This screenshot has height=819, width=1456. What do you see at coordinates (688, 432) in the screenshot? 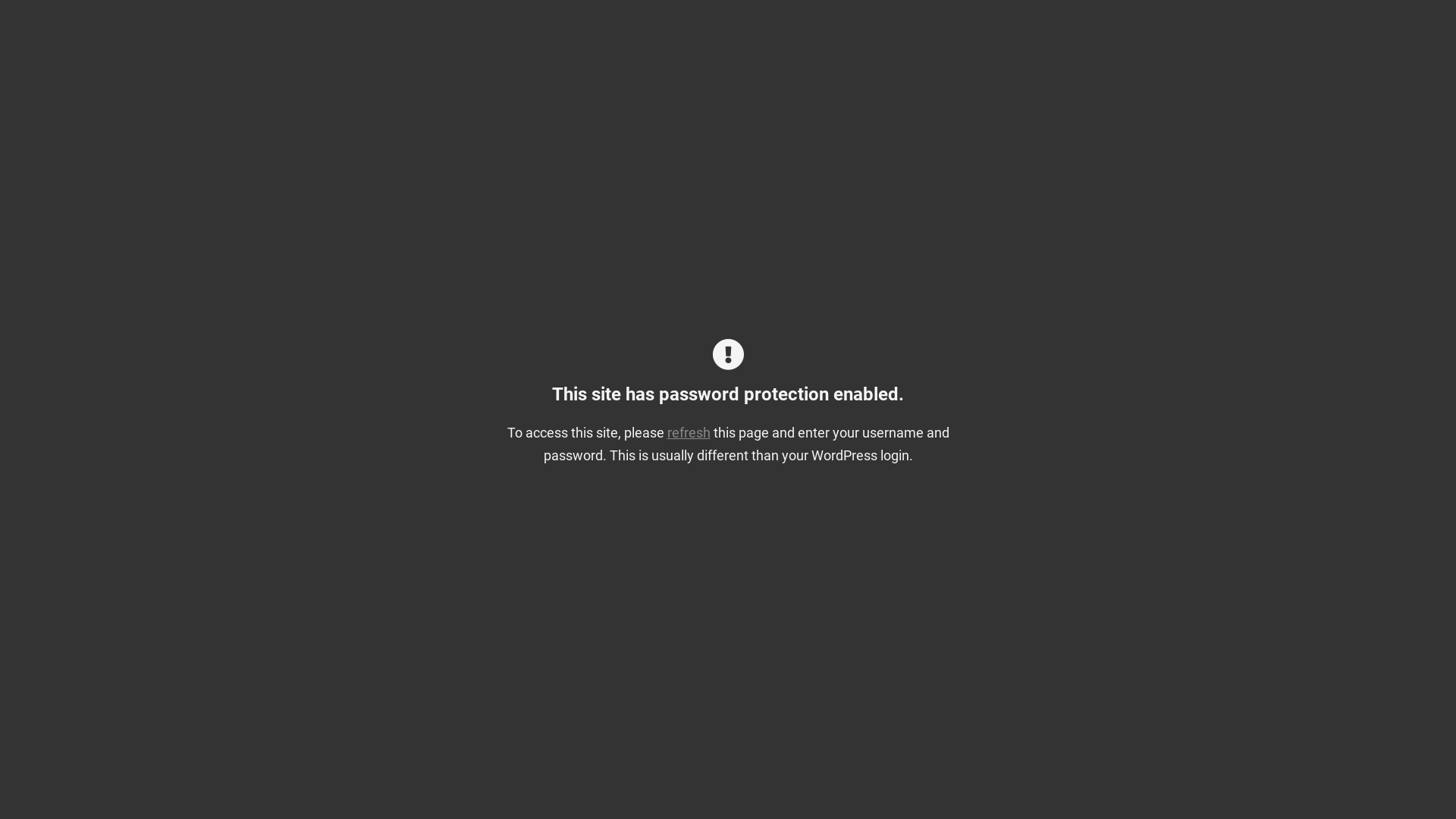
I see `'refresh'` at bounding box center [688, 432].